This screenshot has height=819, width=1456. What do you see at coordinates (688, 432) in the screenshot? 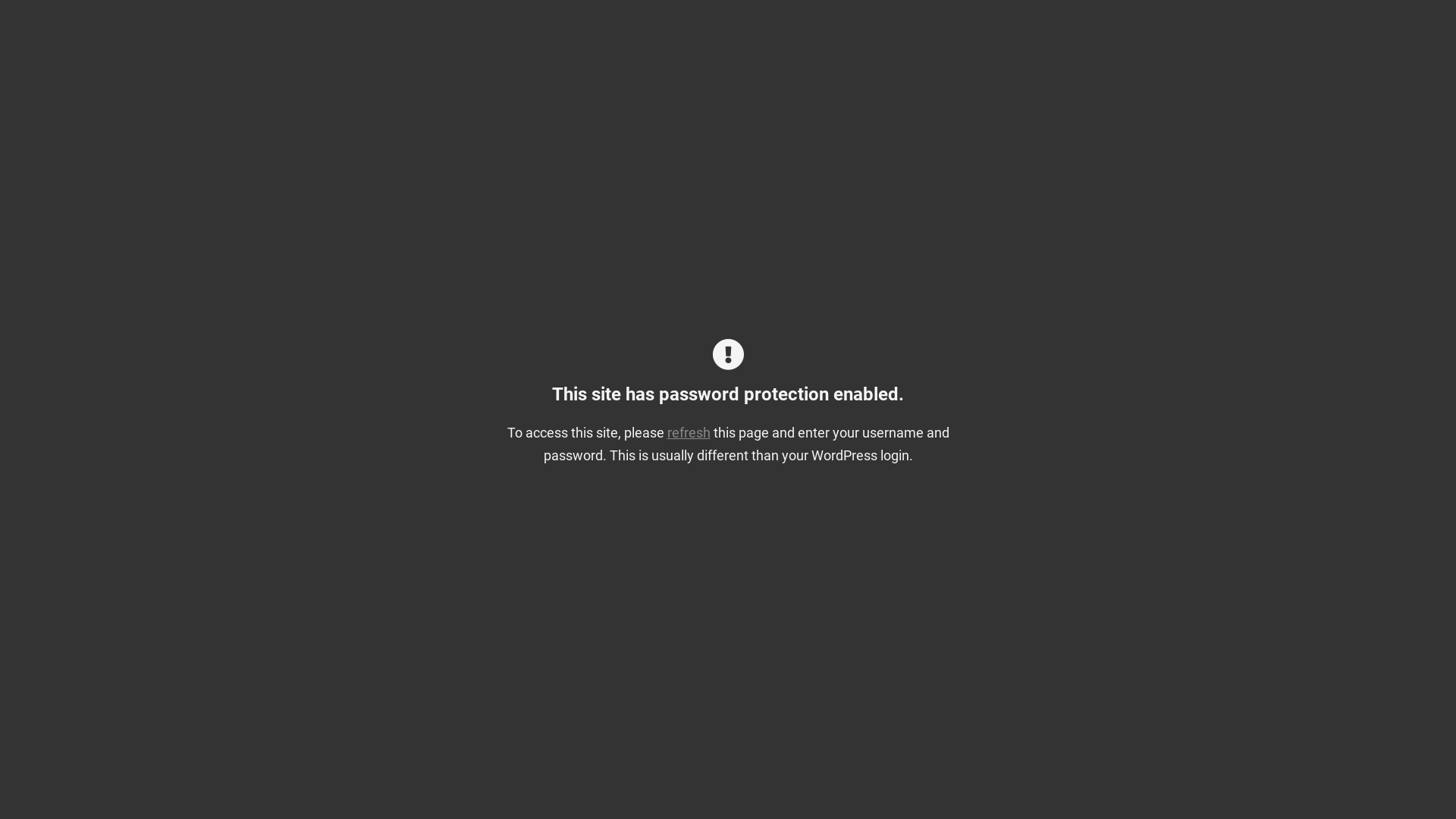
I see `'refresh'` at bounding box center [688, 432].